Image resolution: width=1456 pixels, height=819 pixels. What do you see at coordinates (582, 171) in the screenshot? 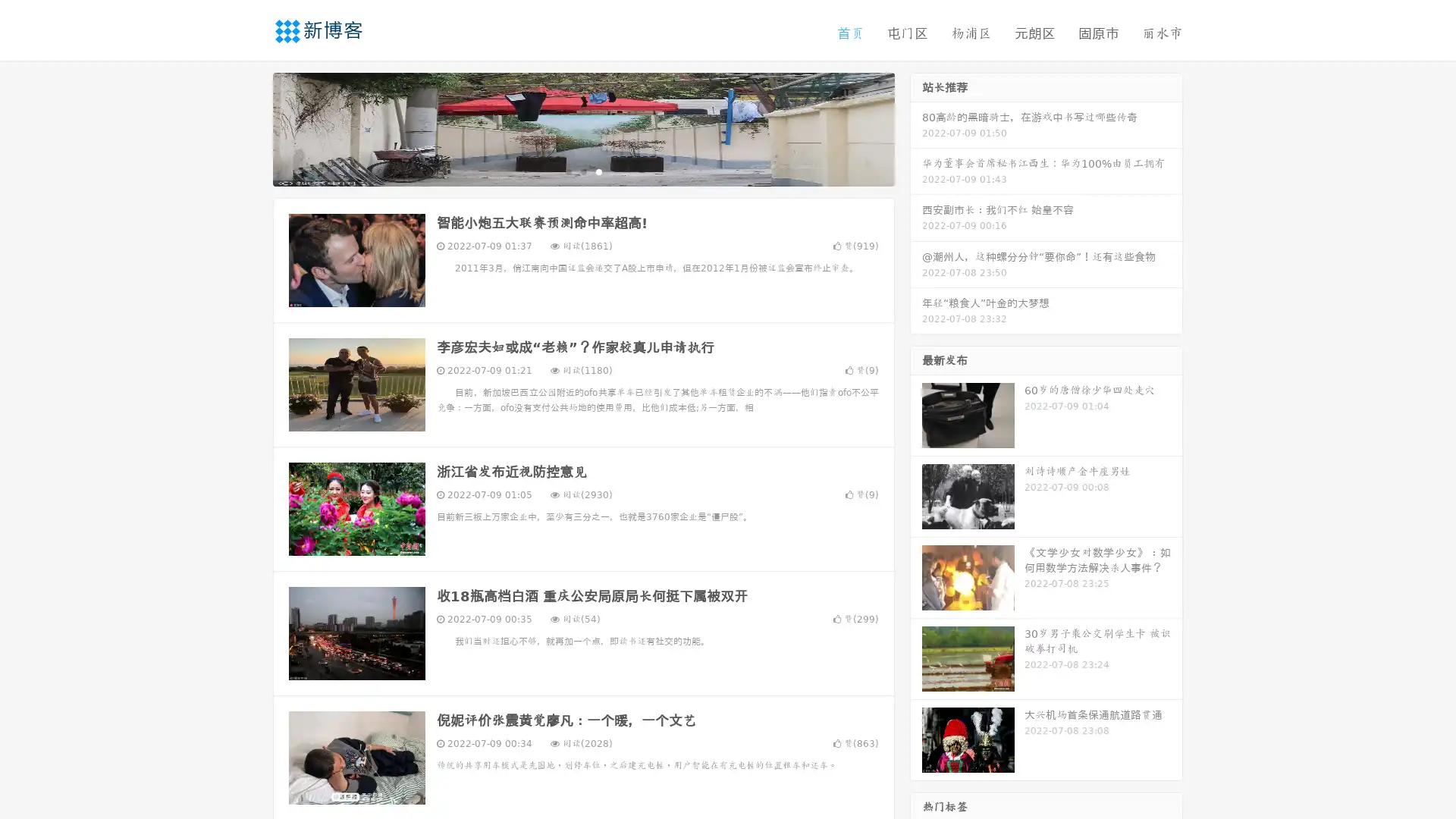
I see `Go to slide 2` at bounding box center [582, 171].